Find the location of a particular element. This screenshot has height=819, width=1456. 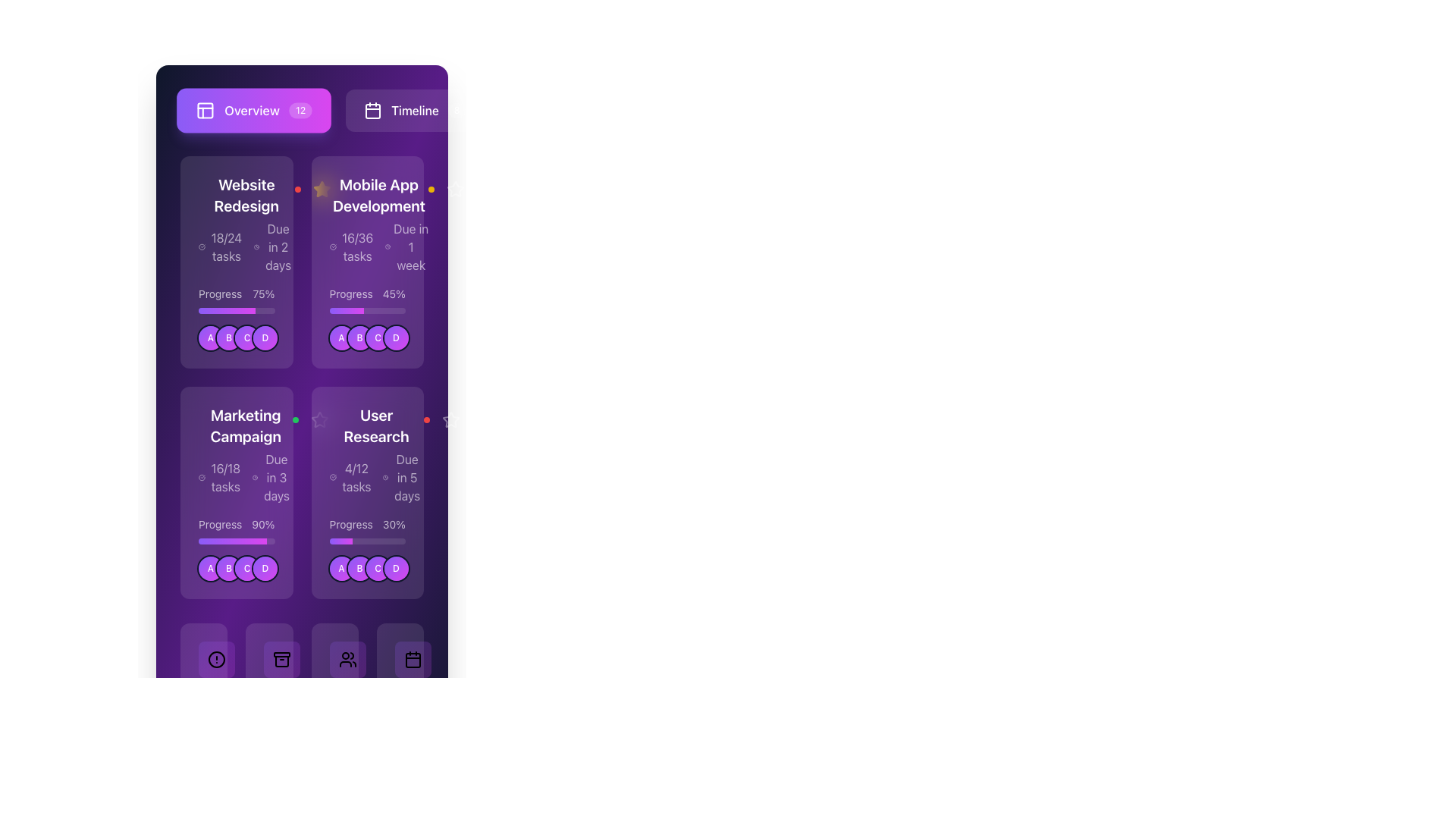

the static text label indicating the task deadline, which is located in the top-right corner of the 'Mobile App Development' card, next to a clock icon is located at coordinates (411, 246).